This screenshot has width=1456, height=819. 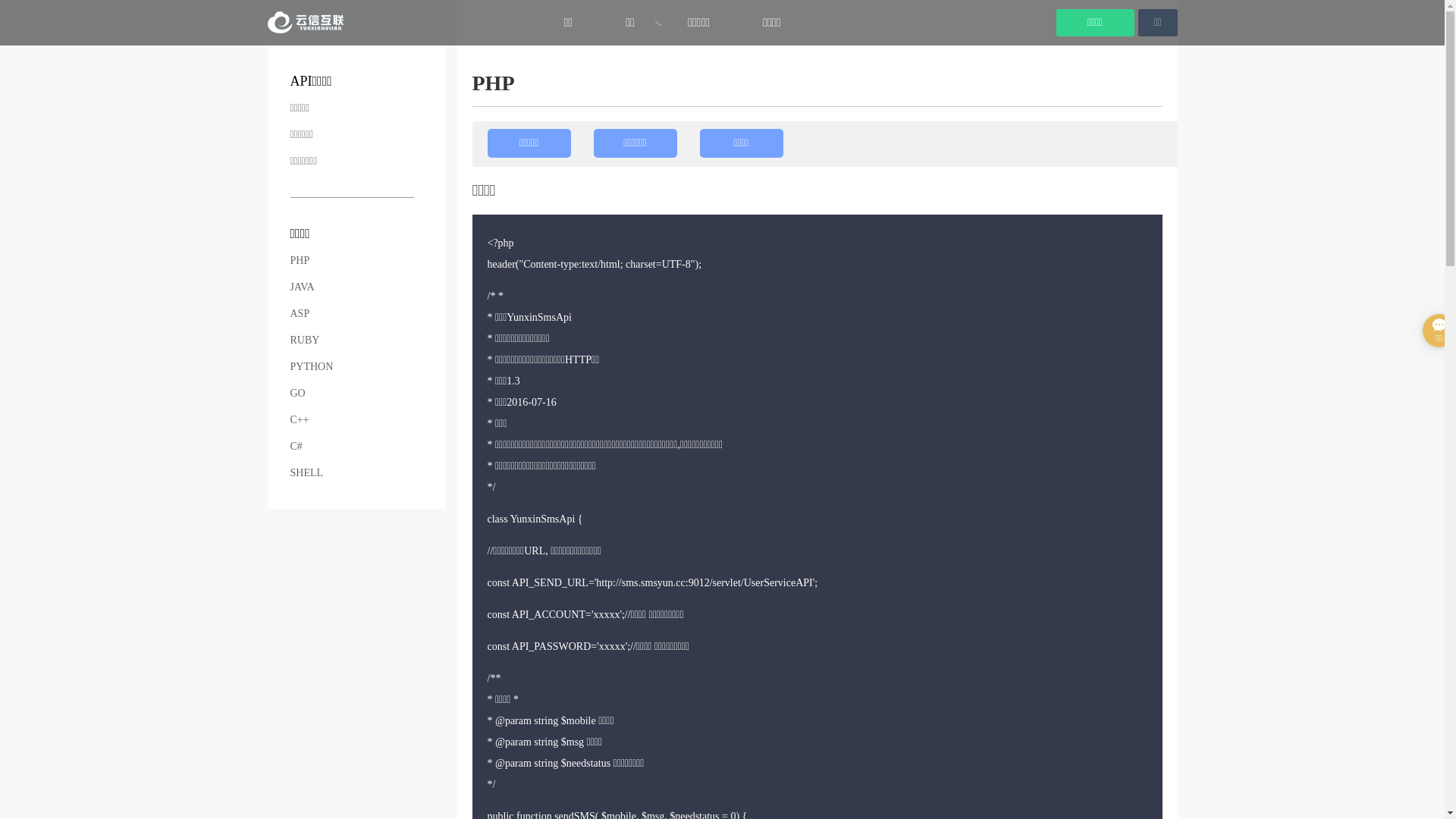 I want to click on 'GO', so click(x=297, y=392).